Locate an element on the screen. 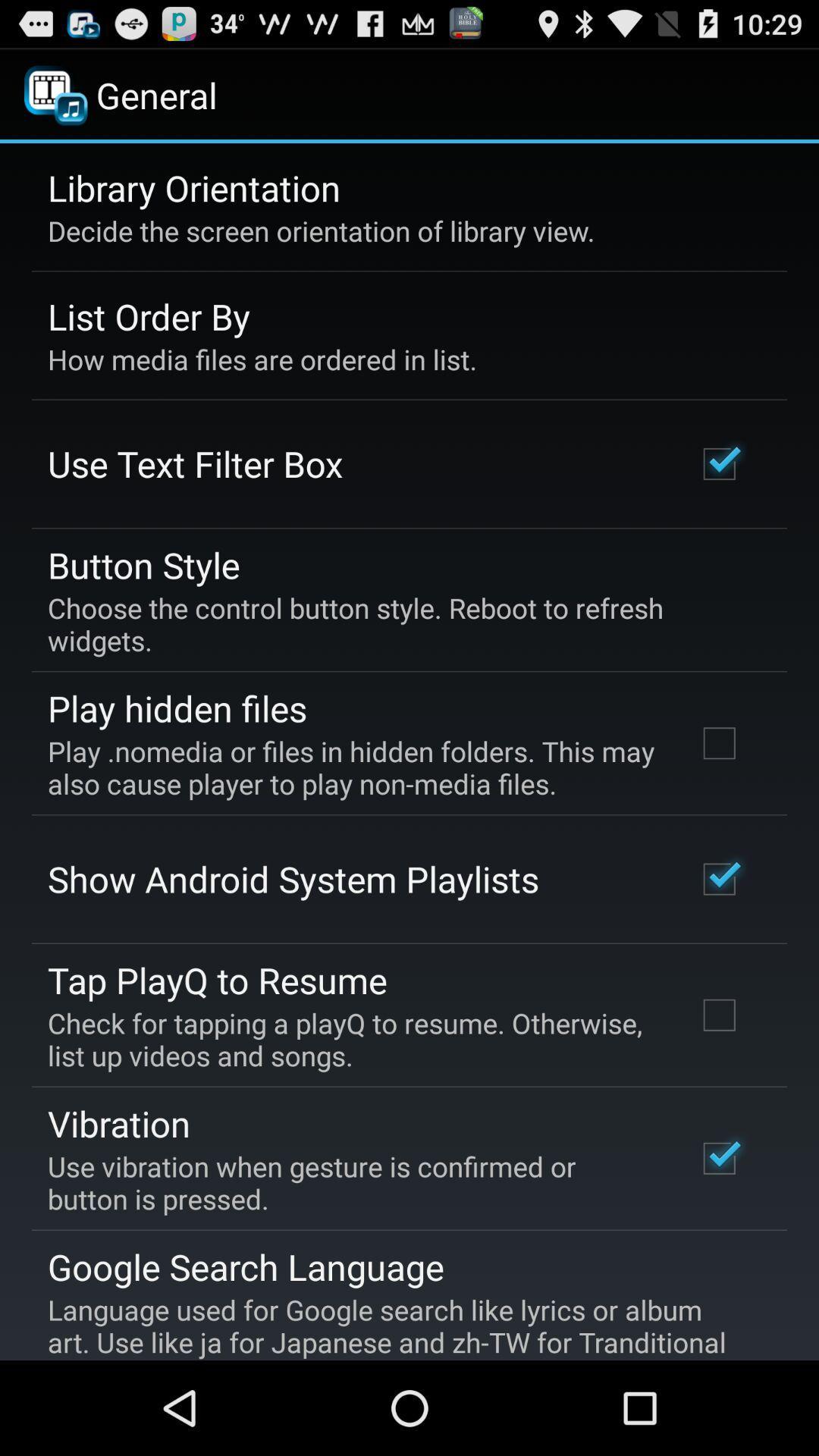 The height and width of the screenshot is (1456, 819). decide the screen icon is located at coordinates (320, 230).